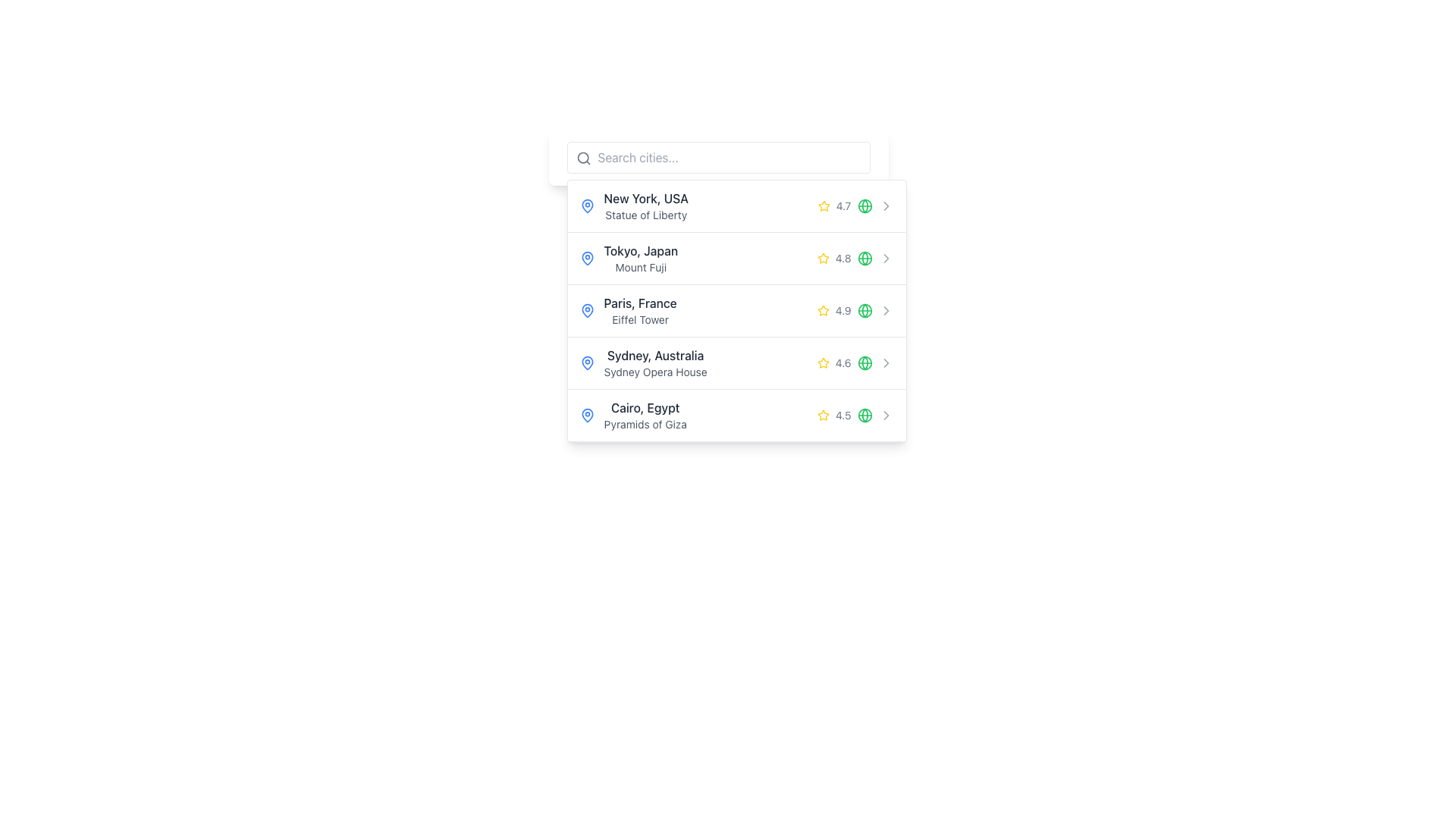 The height and width of the screenshot is (819, 1456). Describe the element at coordinates (586, 362) in the screenshot. I see `the geographic location icon indicating the Sydney Opera House entry, which is located to the left of the text 'Sydney, Australia' in the fourth list entry` at that location.